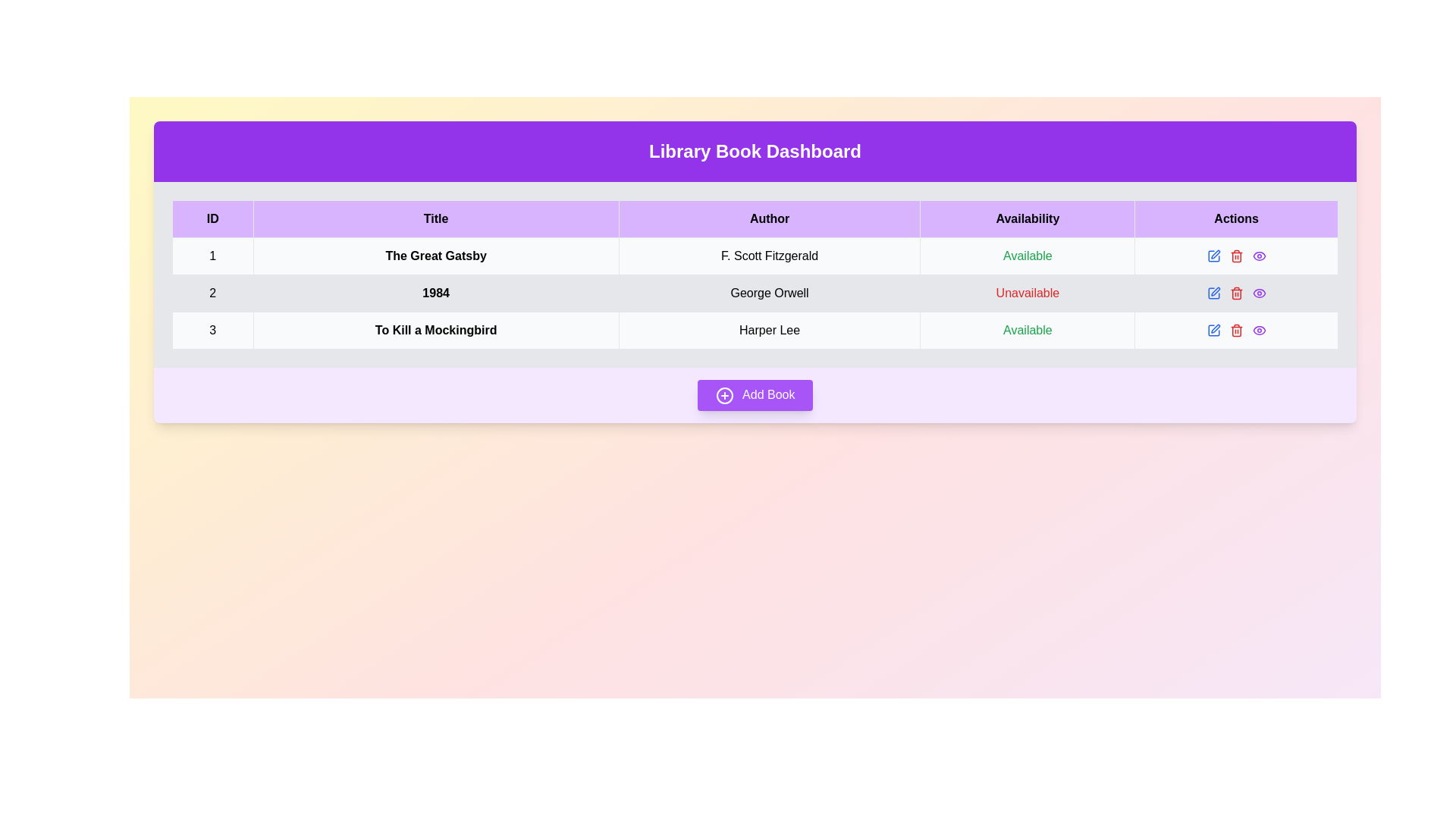 The image size is (1456, 819). What do you see at coordinates (1236, 256) in the screenshot?
I see `the red trash can icon button in the Actions column of the row for the book '1984'` at bounding box center [1236, 256].